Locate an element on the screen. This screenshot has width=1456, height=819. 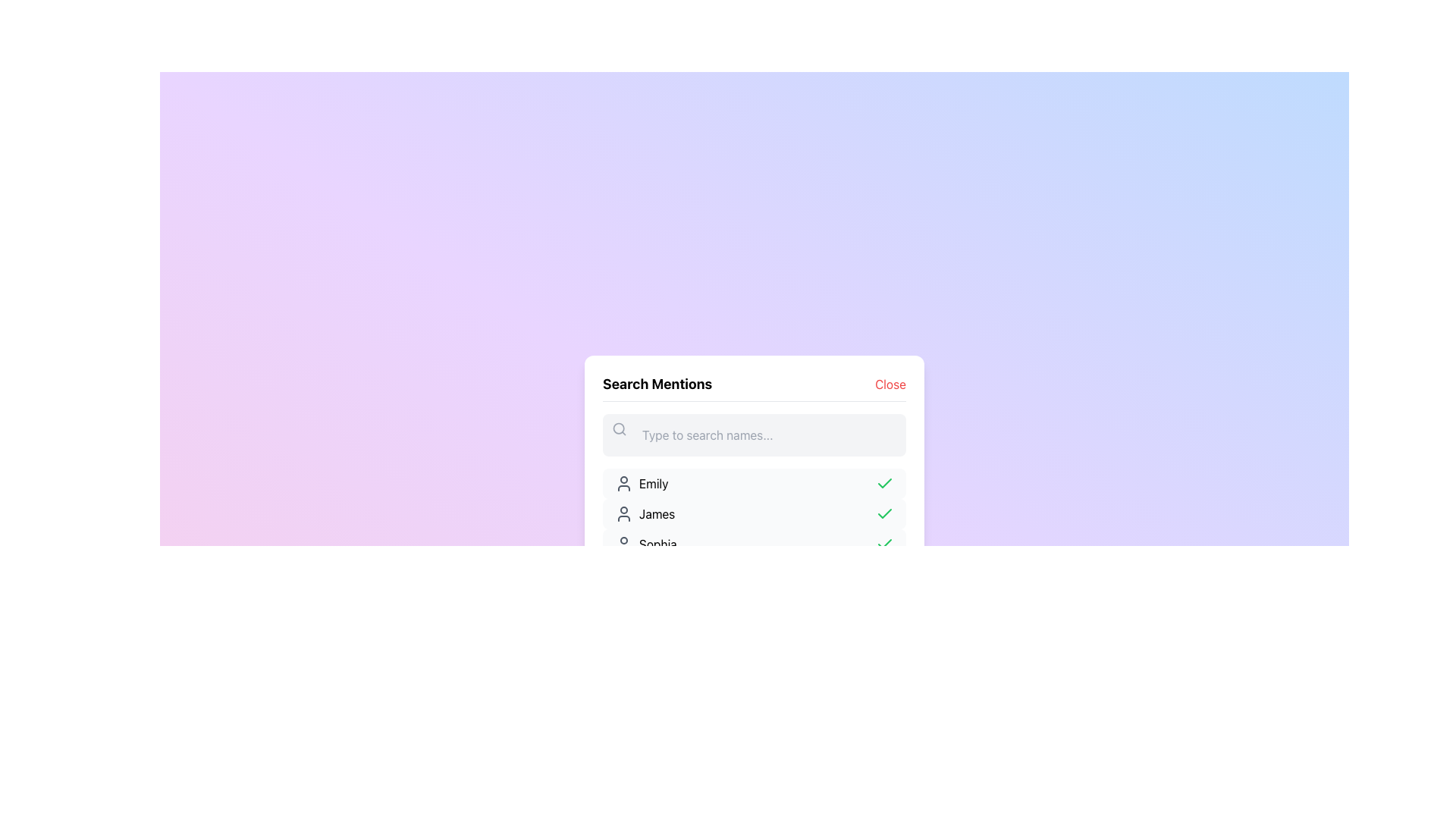
the user icon, which is a gray silhouette of a person in a minimalist design, located to the left of the entry labeled 'Emily' in the mentions dropdown is located at coordinates (623, 483).